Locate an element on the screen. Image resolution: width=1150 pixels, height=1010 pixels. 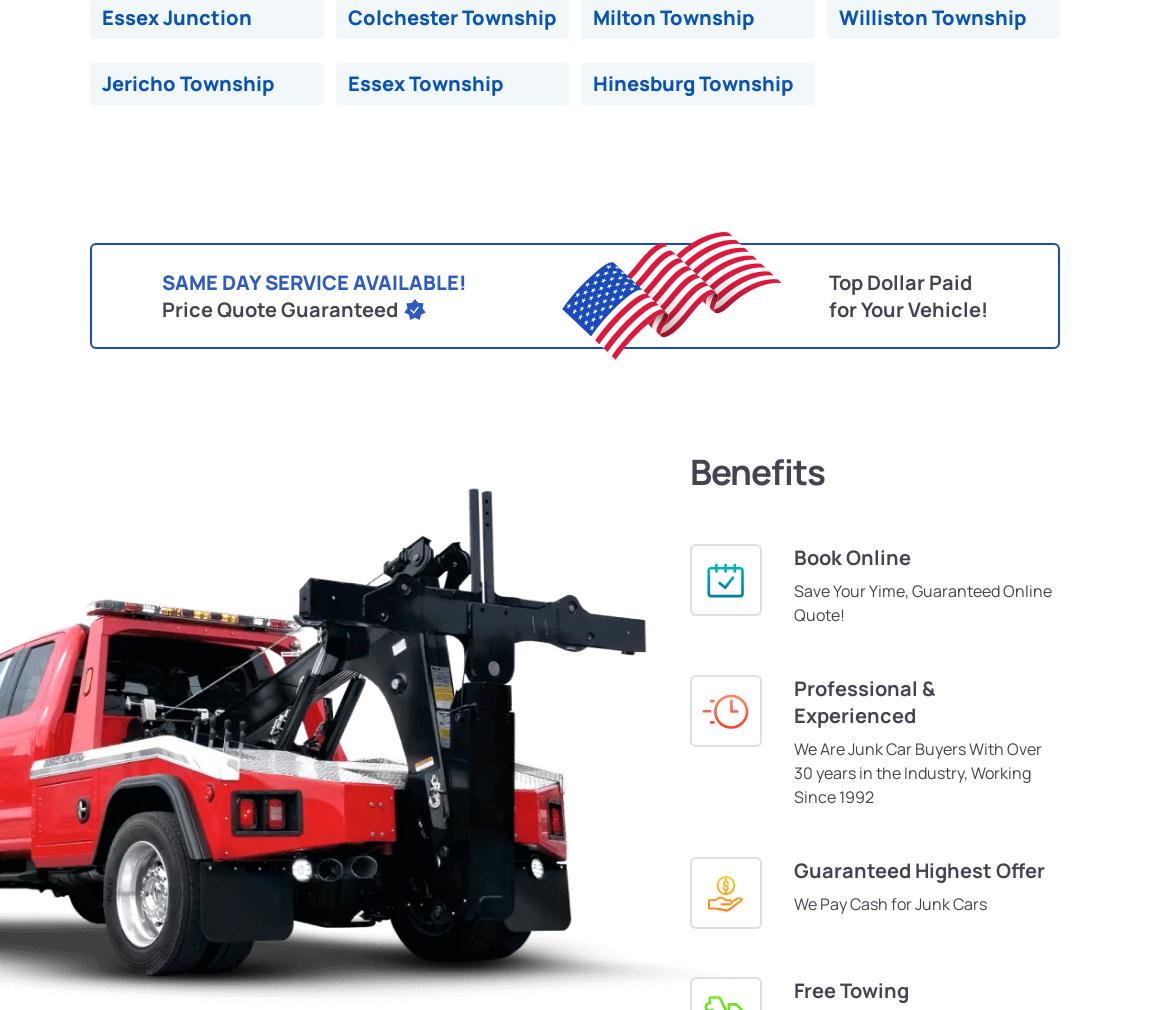
'Book Online' is located at coordinates (851, 556).